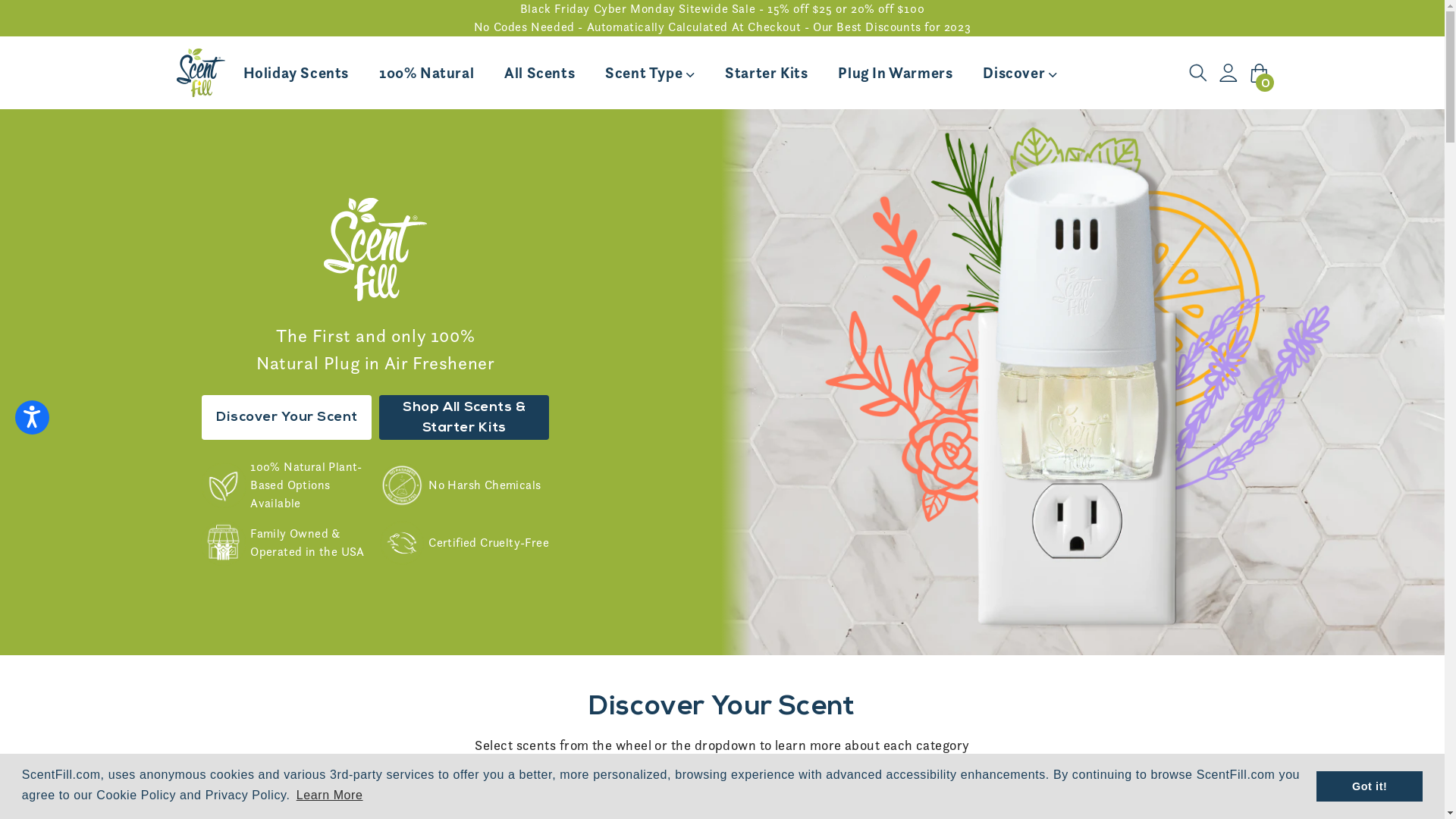  What do you see at coordinates (287, 417) in the screenshot?
I see `'Discover Your Scent'` at bounding box center [287, 417].